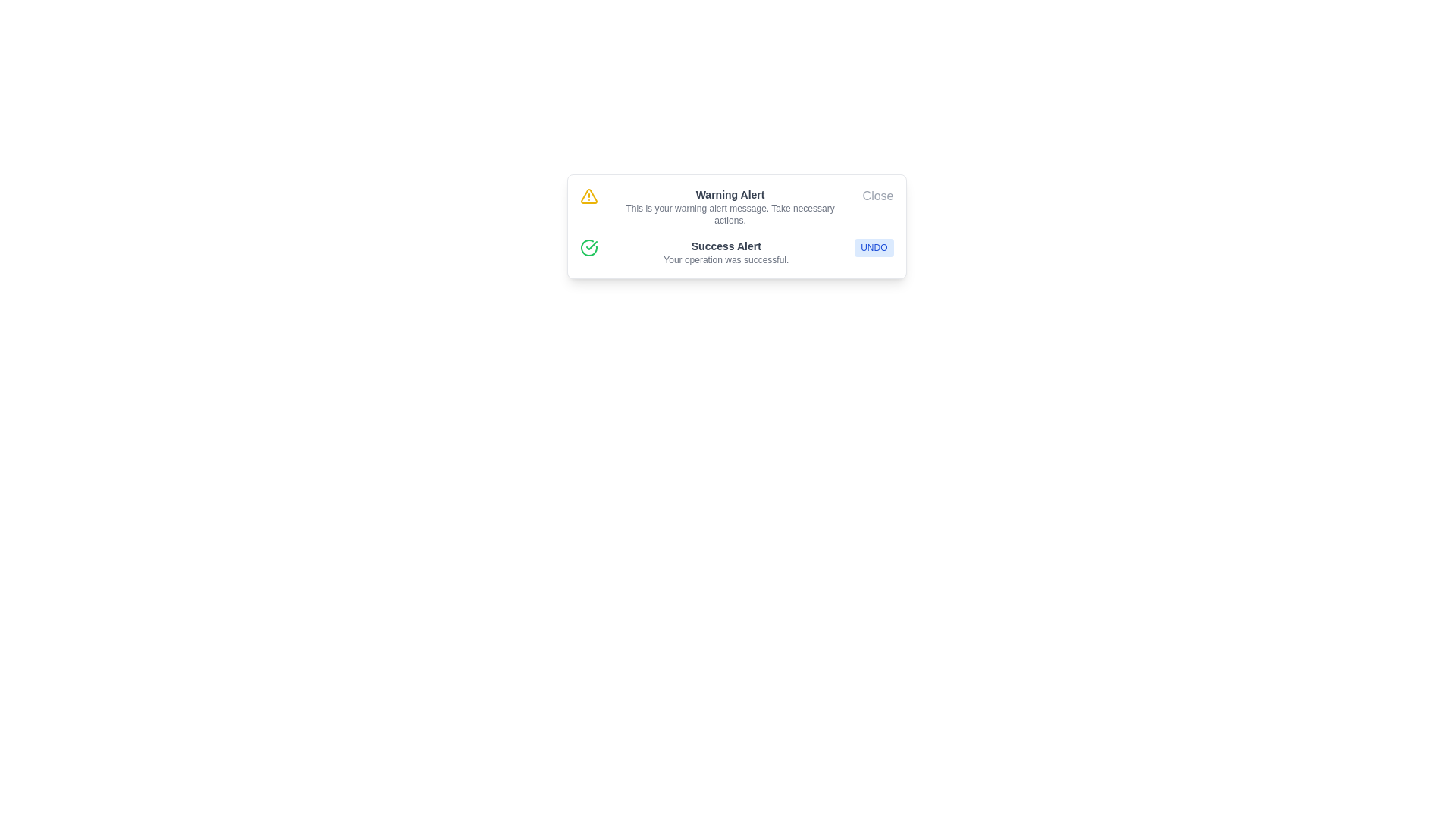  I want to click on text label indicating the nature of the notification, which states 'Success Alert', located at the top of the alert panel's lower section, so click(725, 245).